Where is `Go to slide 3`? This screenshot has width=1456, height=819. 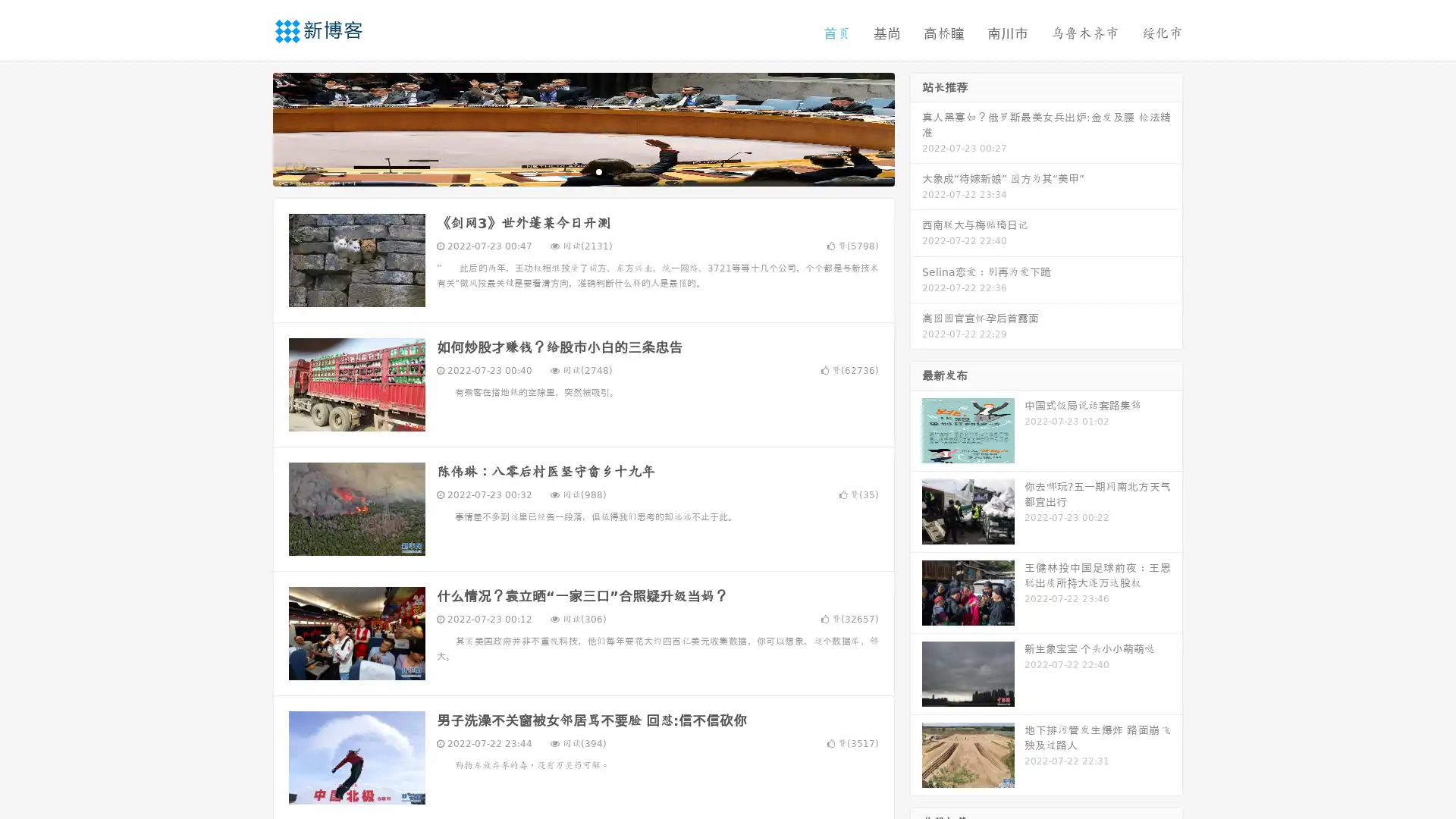 Go to slide 3 is located at coordinates (598, 171).